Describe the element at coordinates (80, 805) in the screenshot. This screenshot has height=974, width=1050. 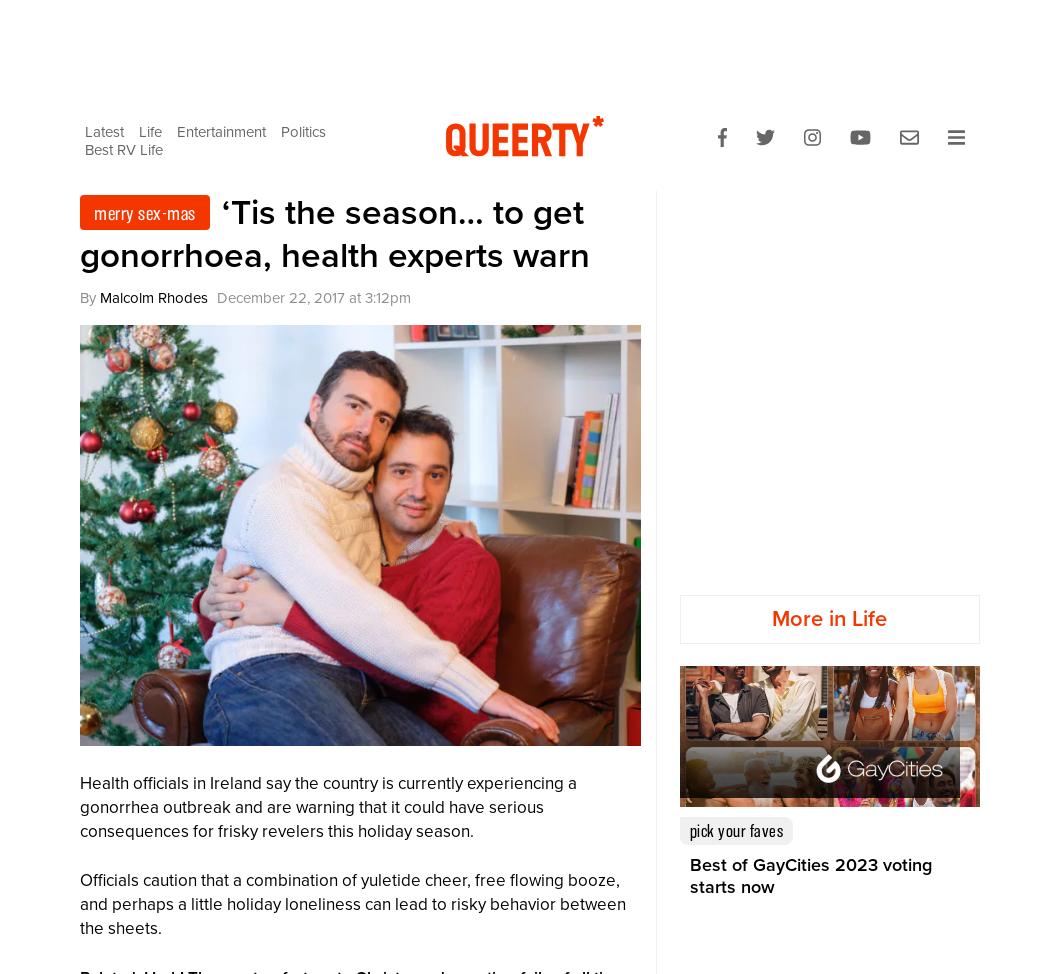
I see `'Health officials in Ireland say the country is currently experiencing a gonorrhea outbreak and are warning that it could have serious consequences for frisky revelers this holiday season.'` at that location.